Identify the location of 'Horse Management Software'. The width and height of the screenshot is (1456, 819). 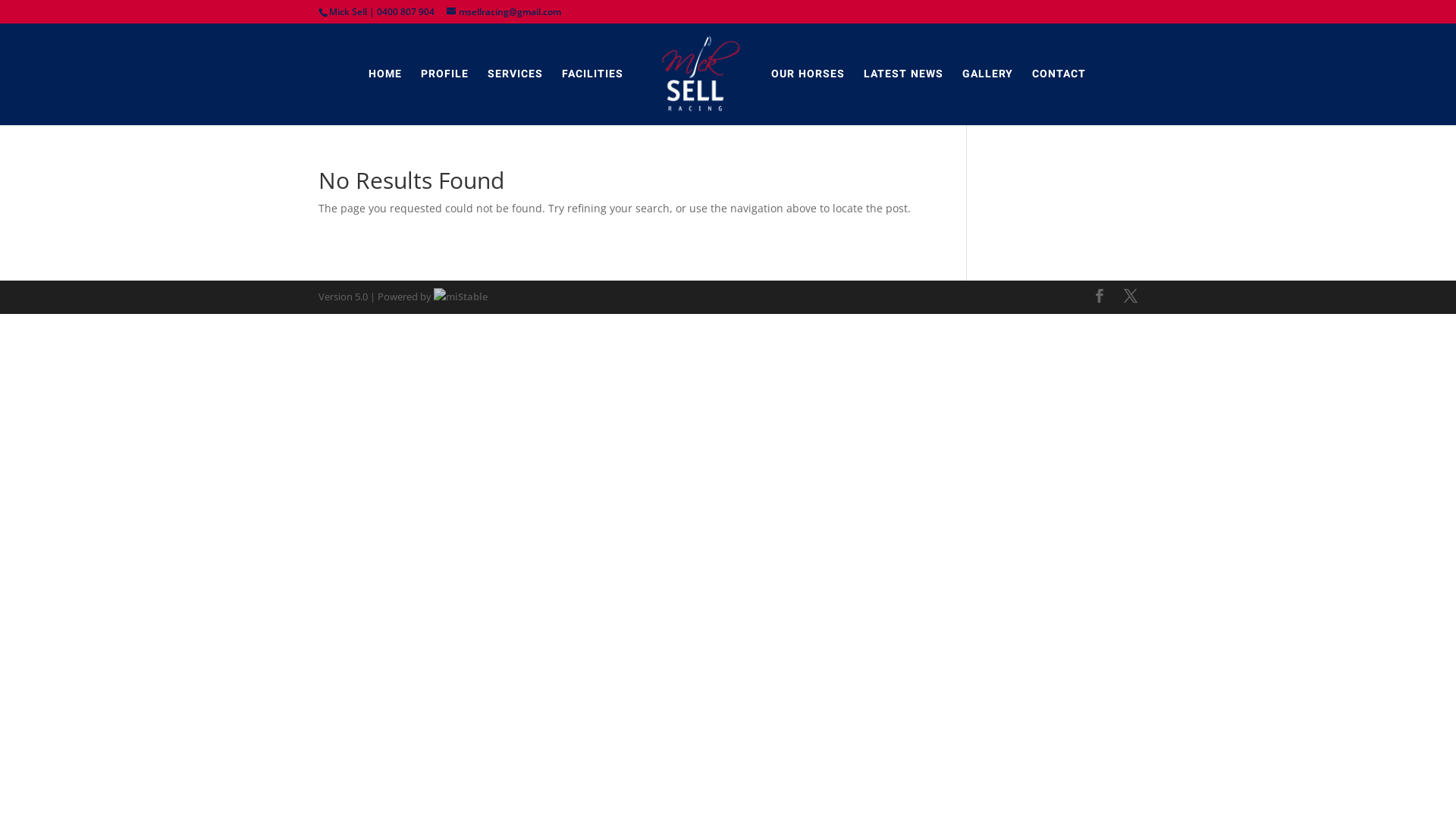
(460, 296).